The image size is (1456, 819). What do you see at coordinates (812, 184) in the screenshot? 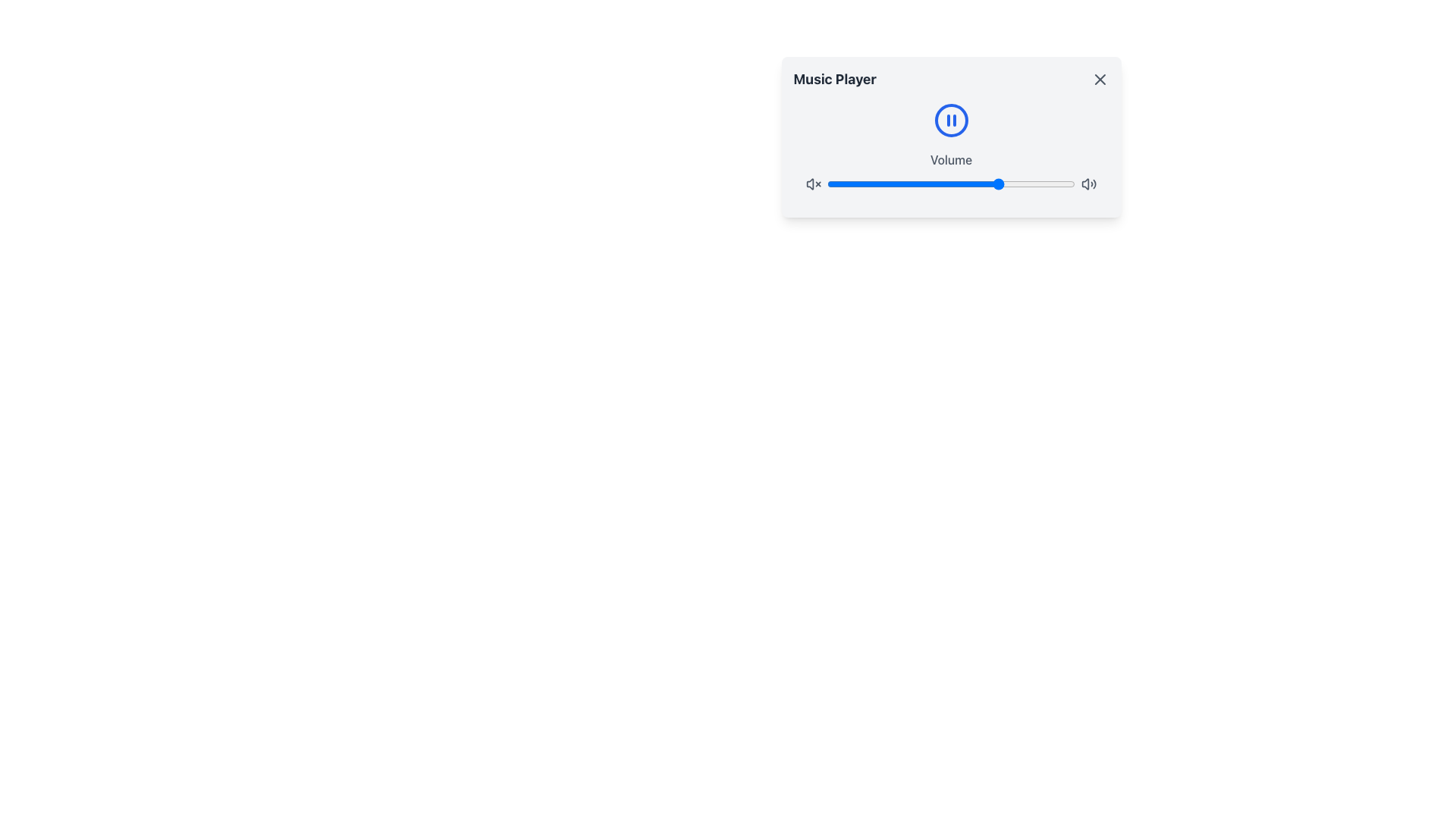
I see `the mute icon` at bounding box center [812, 184].